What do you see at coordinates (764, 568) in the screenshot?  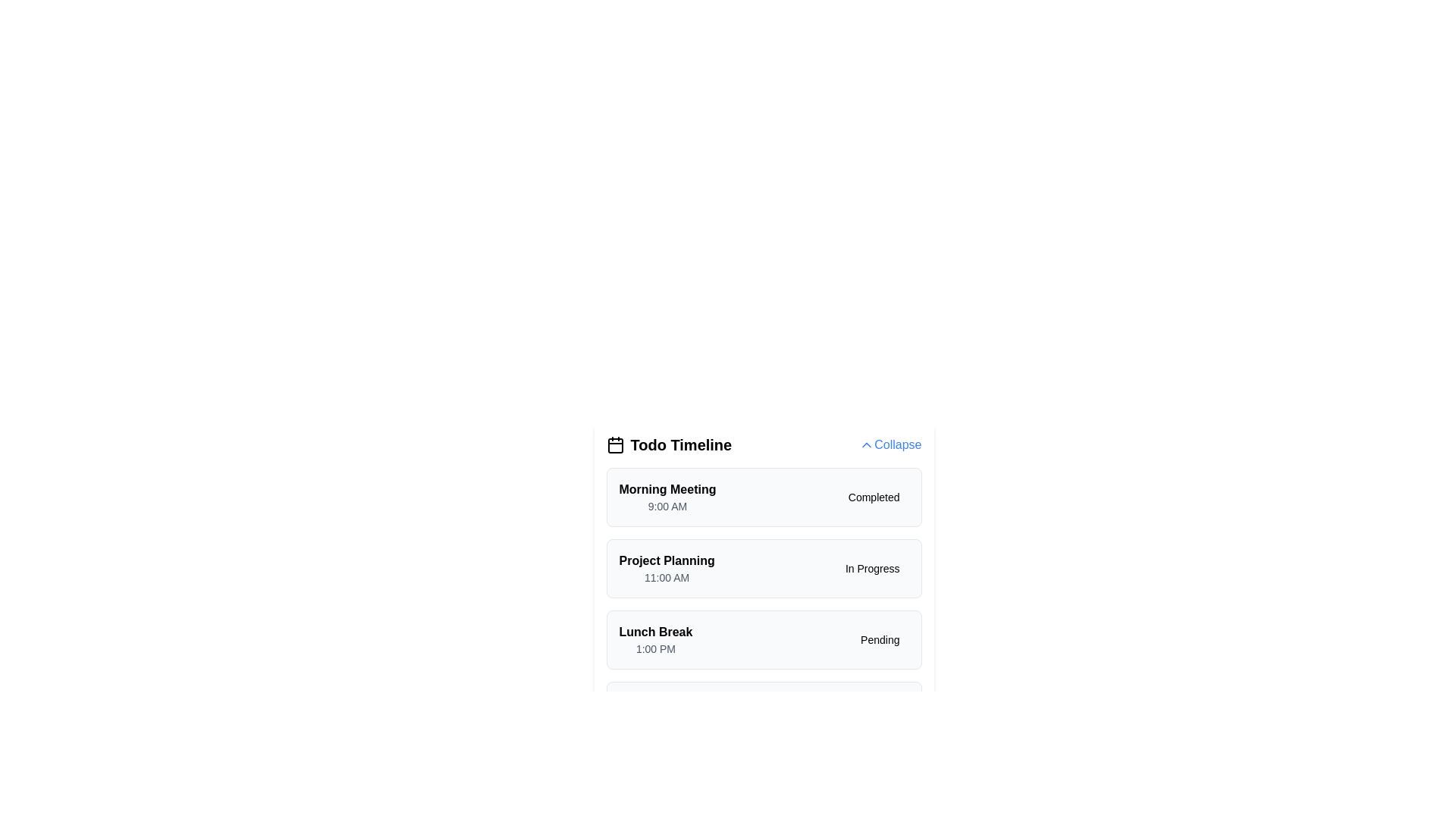 I see `the 'Project Planning' card element in the 'Todo Timeline' section` at bounding box center [764, 568].